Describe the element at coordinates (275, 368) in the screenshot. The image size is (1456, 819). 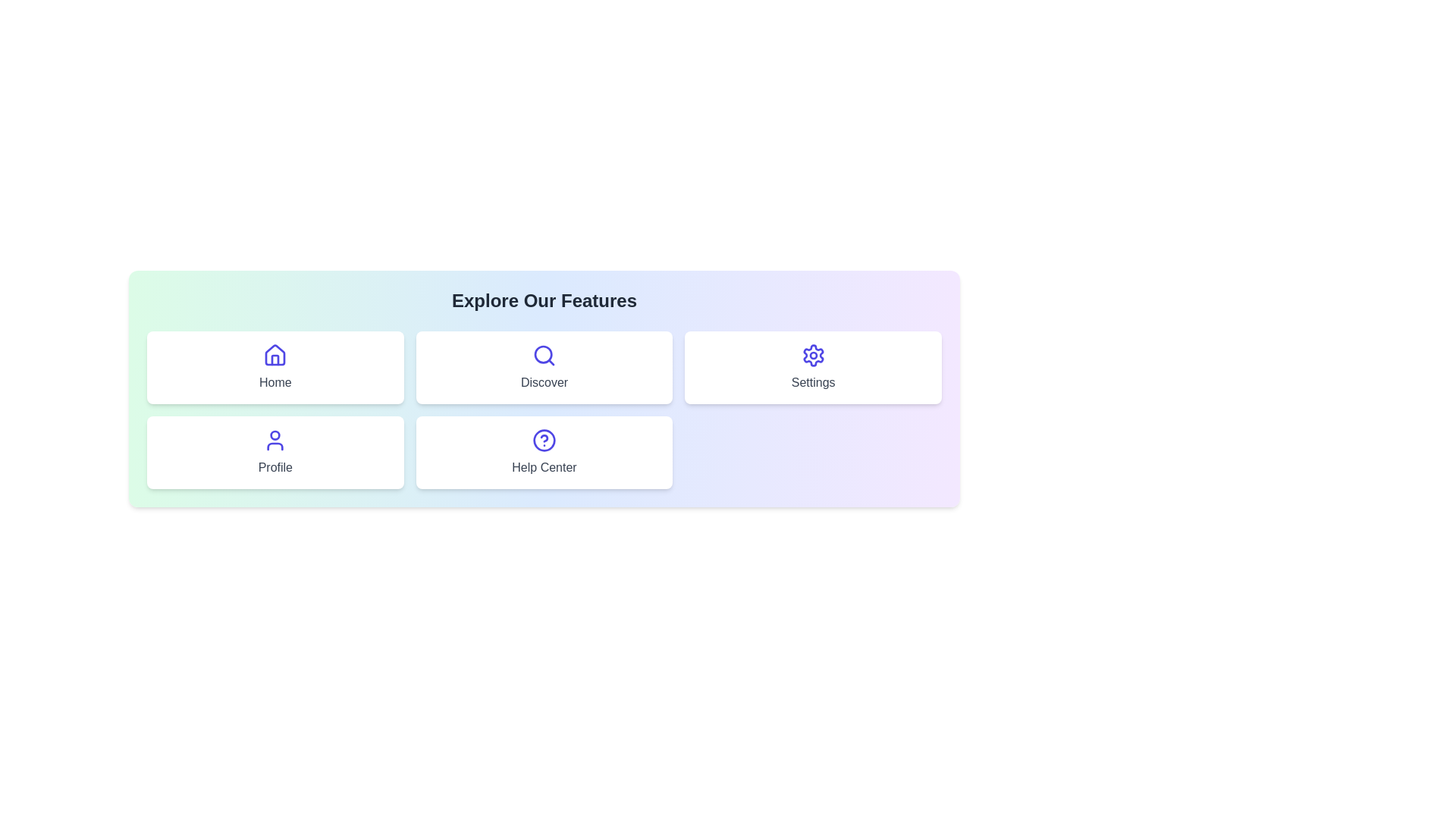
I see `the 'Home' navigation button located at the top-left corner of the grid layout` at that location.